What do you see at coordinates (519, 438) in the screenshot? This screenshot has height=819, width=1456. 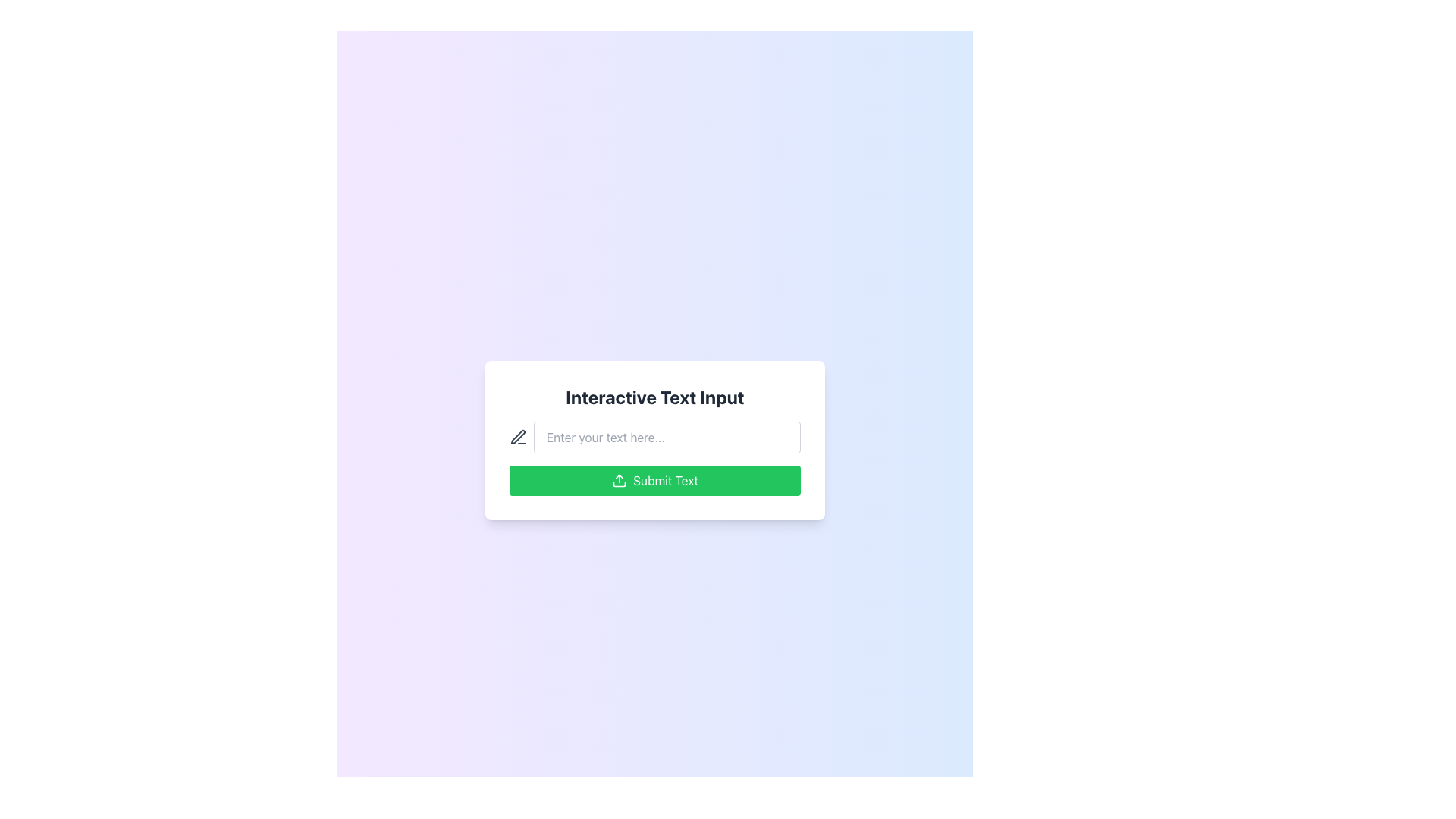 I see `the pen-shaped icon rendered in medium gray color, located to the immediate left of the text input field` at bounding box center [519, 438].